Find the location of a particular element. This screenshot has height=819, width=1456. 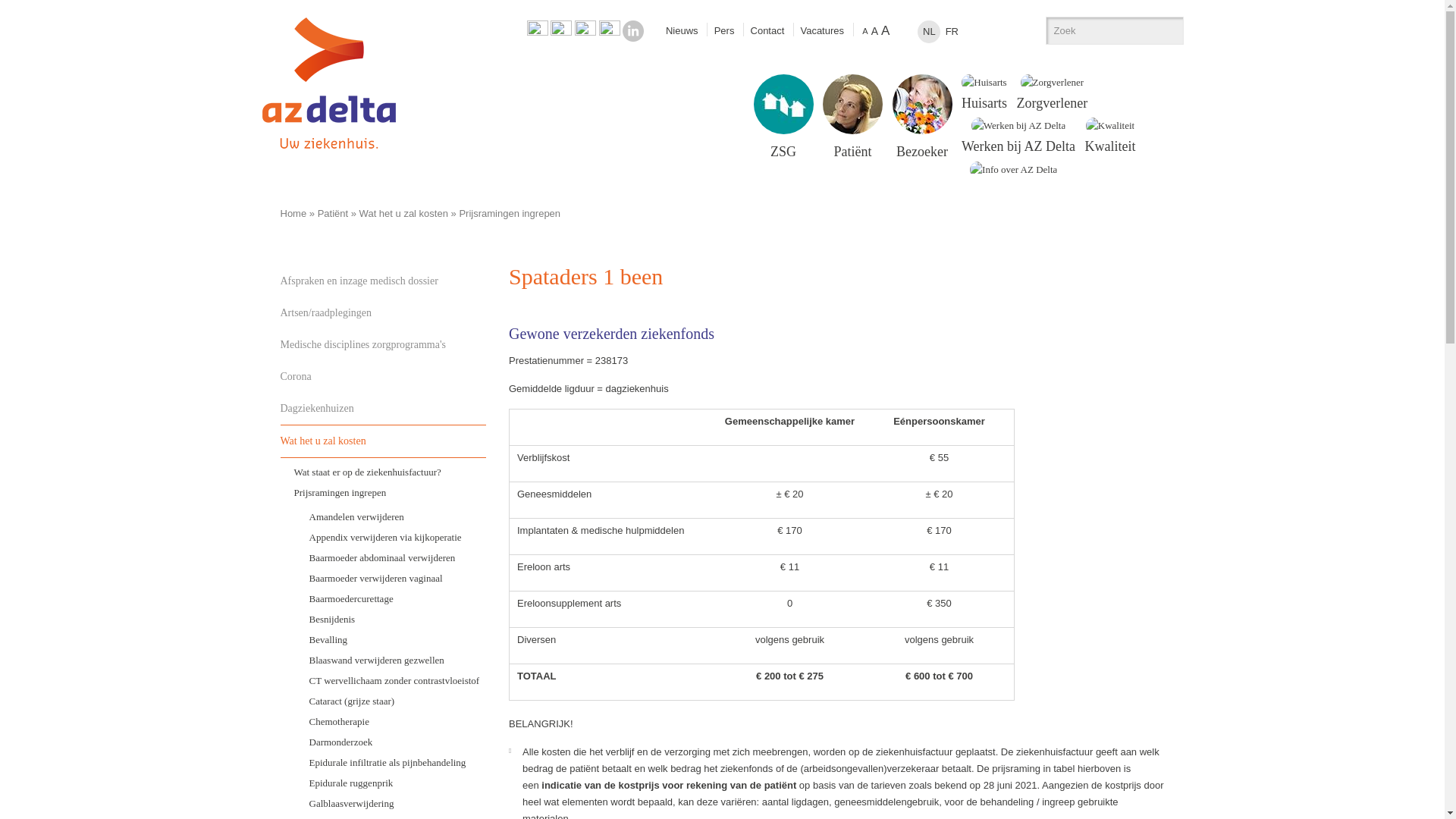

'Appendix verwijderen via kijkoperatie' is located at coordinates (295, 535).